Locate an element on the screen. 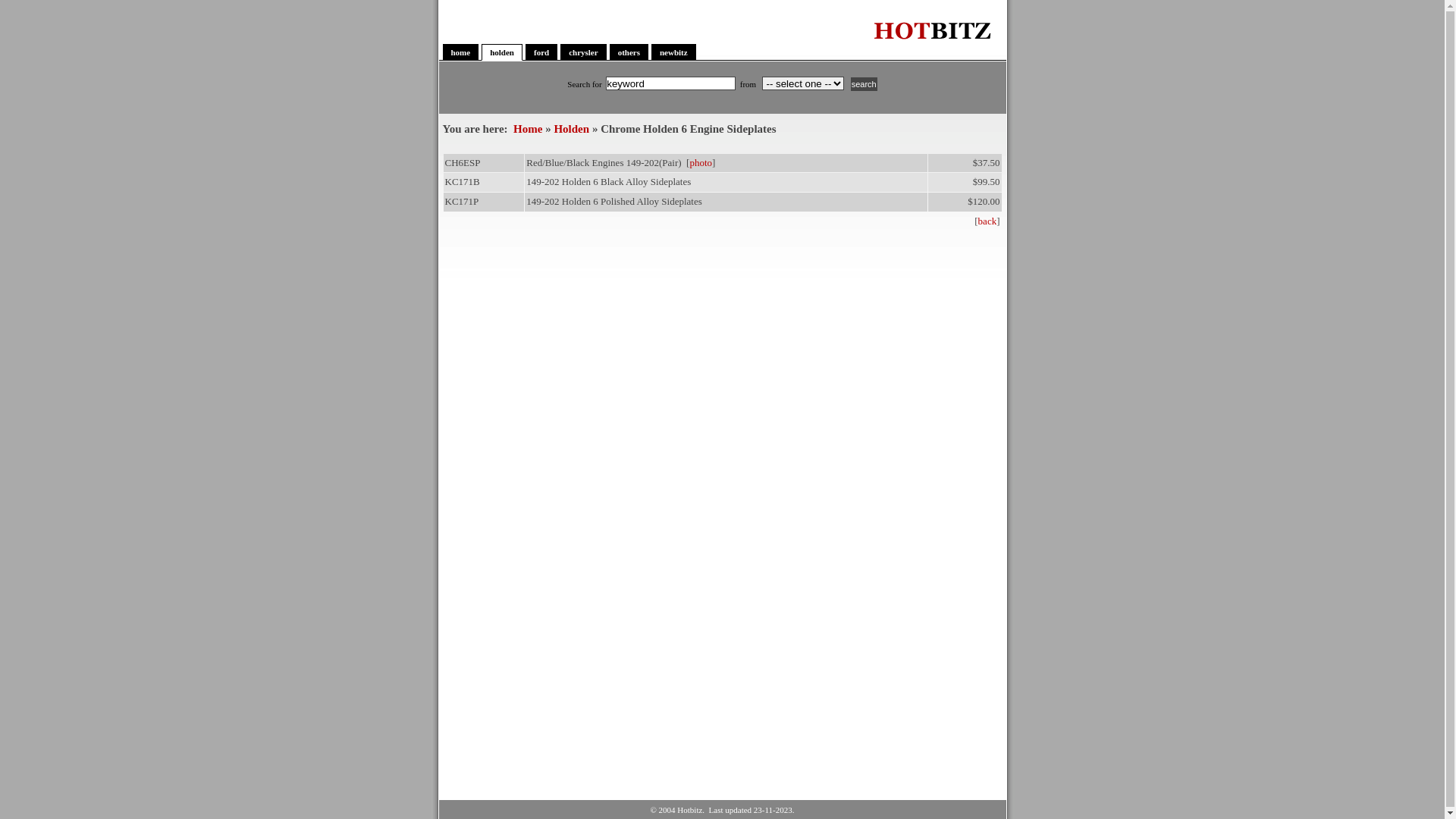 The width and height of the screenshot is (1456, 819). 'Holden' is located at coordinates (552, 127).